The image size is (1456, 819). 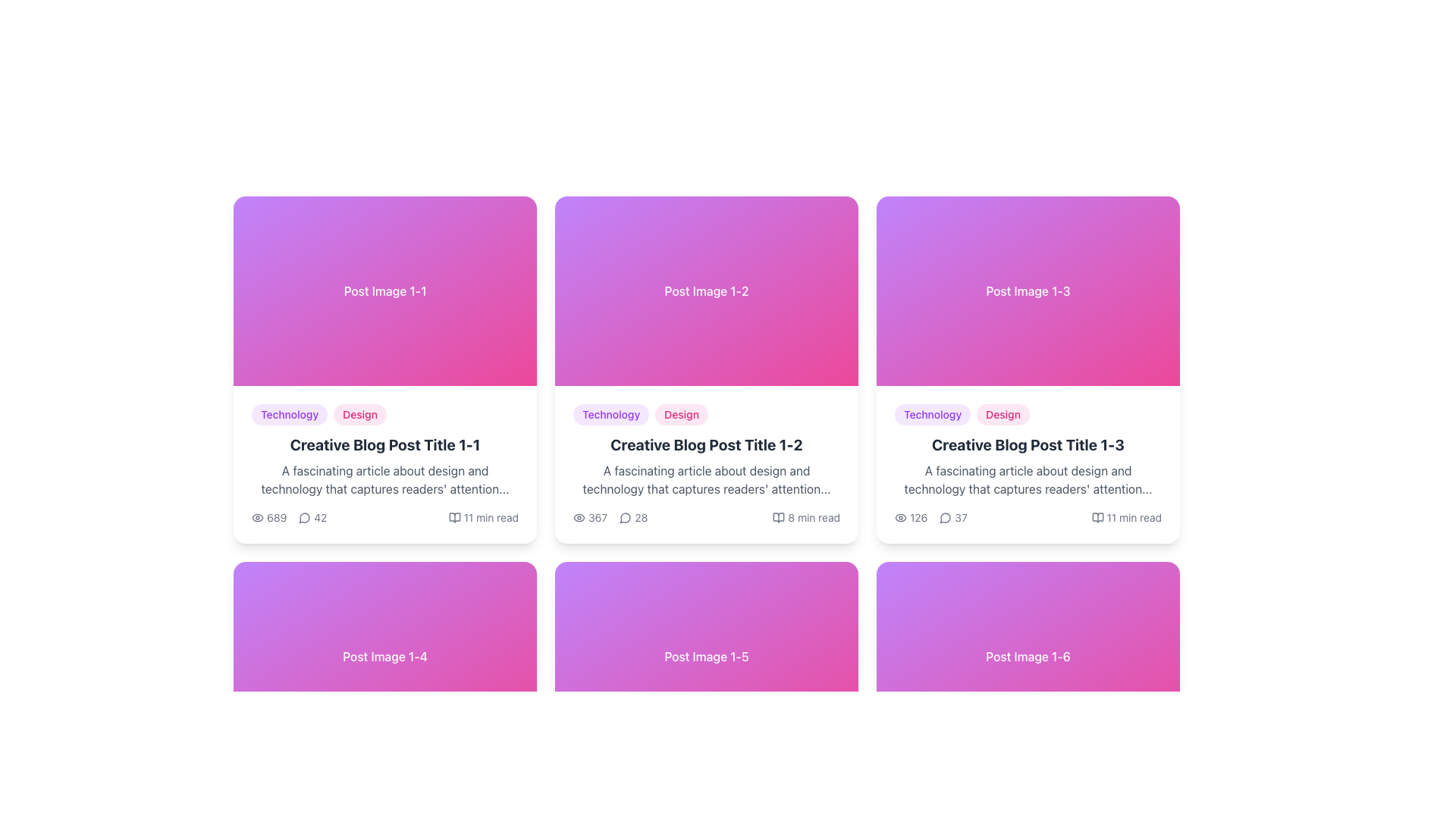 What do you see at coordinates (1028, 656) in the screenshot?
I see `the Banner or header image component, which has a gradient background from purple to pink and displays the centered text 'Post Image 1-6' in white font, located in the sixth card of the grid layout` at bounding box center [1028, 656].